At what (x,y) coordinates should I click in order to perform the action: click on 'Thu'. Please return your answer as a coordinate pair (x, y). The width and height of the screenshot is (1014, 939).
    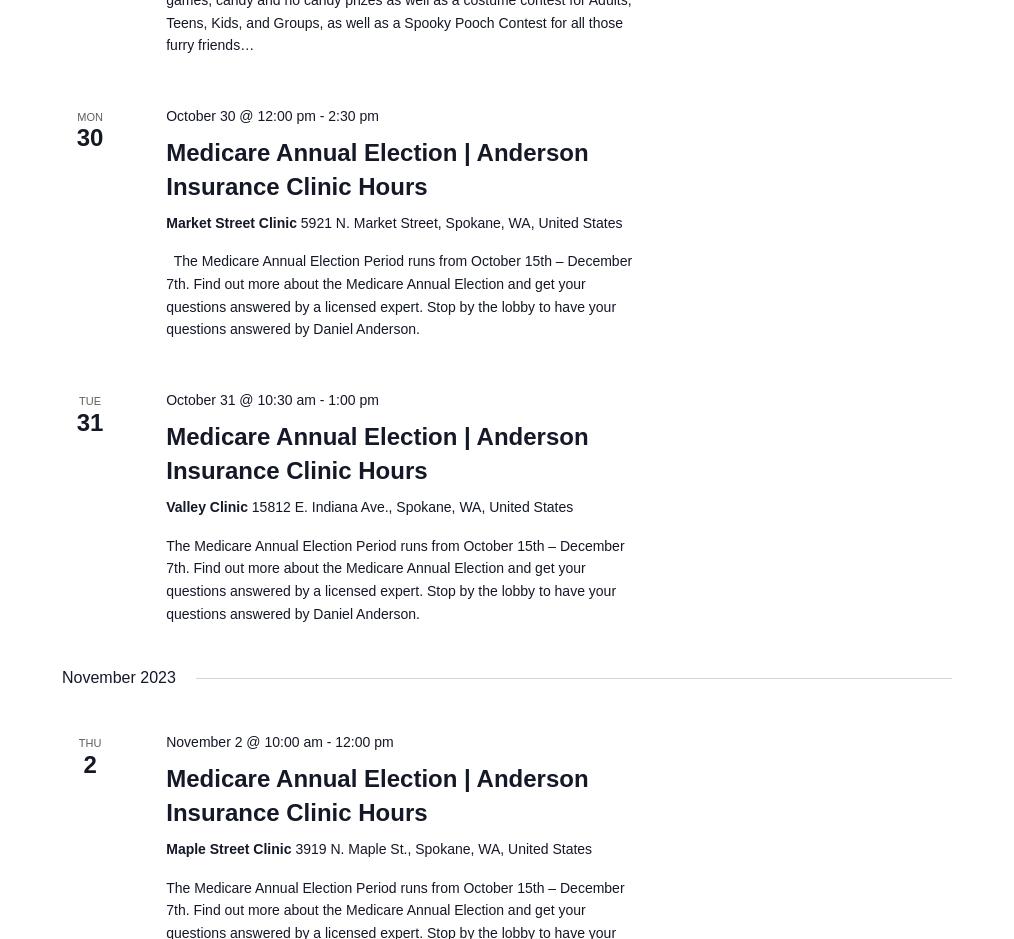
    Looking at the image, I should click on (89, 743).